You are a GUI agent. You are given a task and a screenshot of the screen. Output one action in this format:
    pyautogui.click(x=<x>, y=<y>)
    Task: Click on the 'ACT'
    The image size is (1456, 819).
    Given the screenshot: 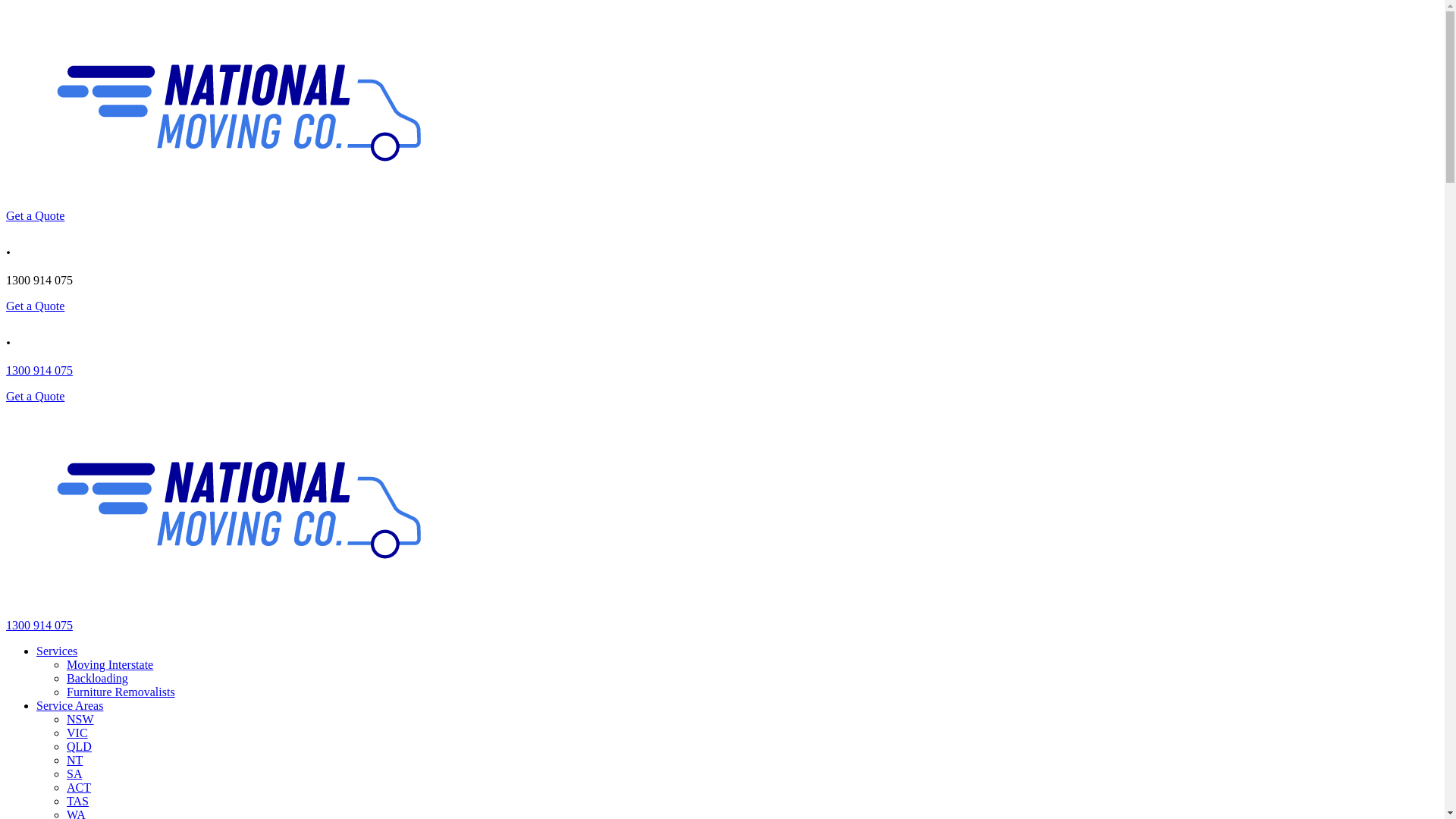 What is the action you would take?
    pyautogui.click(x=65, y=786)
    